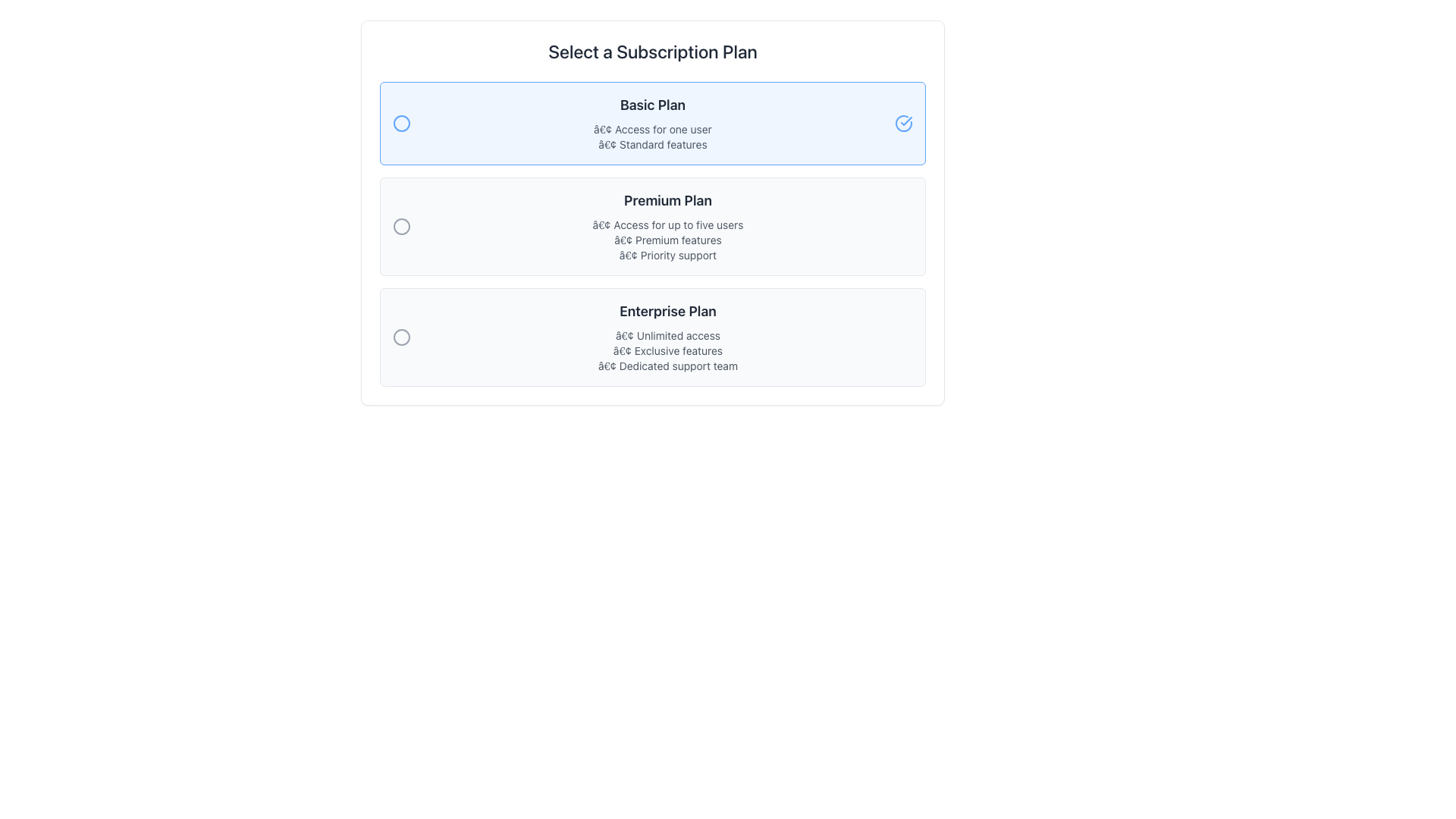 The width and height of the screenshot is (1456, 819). What do you see at coordinates (903, 122) in the screenshot?
I see `the checkmark icon representing the selected 'Basic Plan' to confirm the selection` at bounding box center [903, 122].